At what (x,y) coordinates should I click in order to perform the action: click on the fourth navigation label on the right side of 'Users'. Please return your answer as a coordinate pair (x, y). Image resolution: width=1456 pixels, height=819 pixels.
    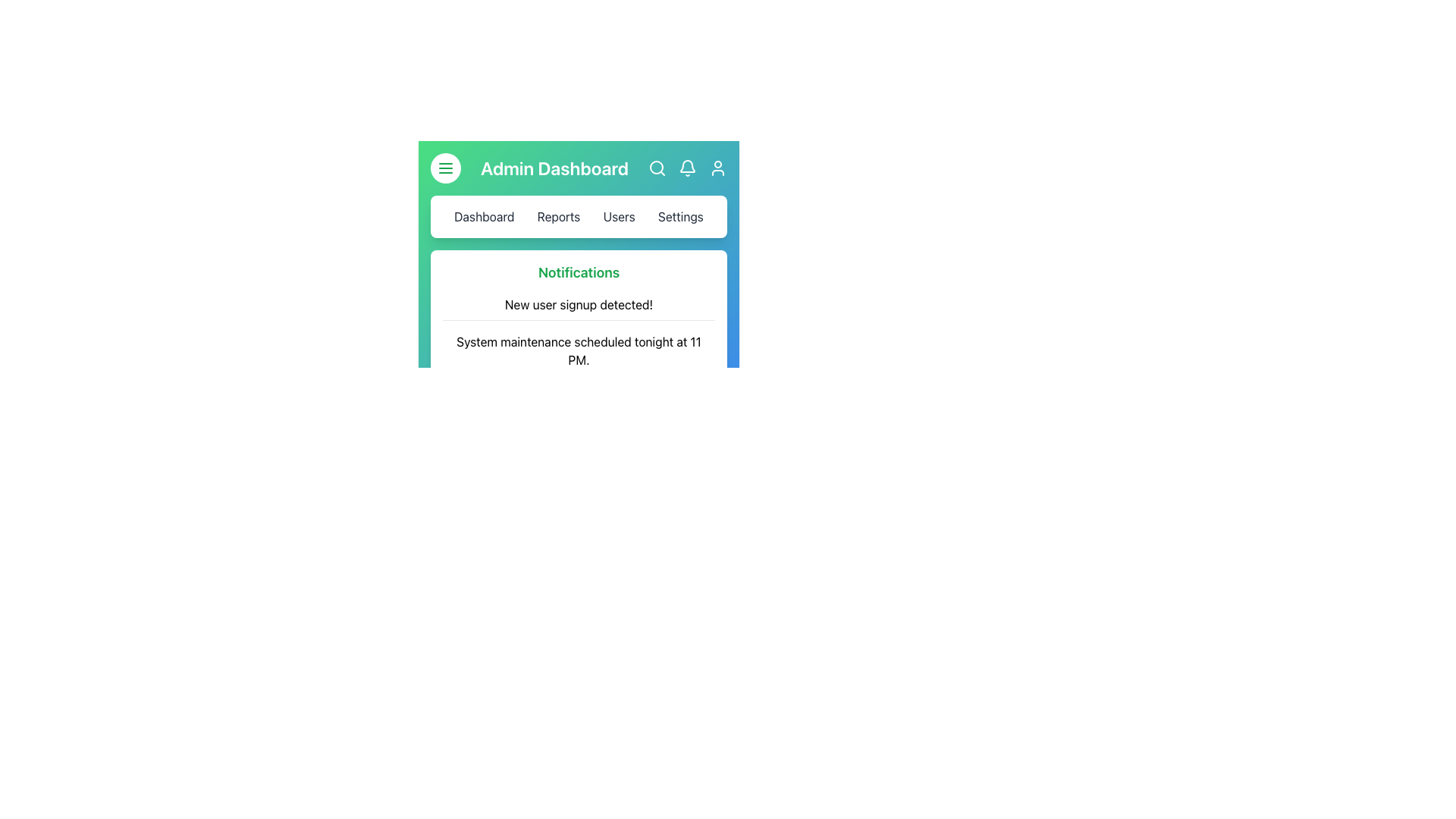
    Looking at the image, I should click on (679, 216).